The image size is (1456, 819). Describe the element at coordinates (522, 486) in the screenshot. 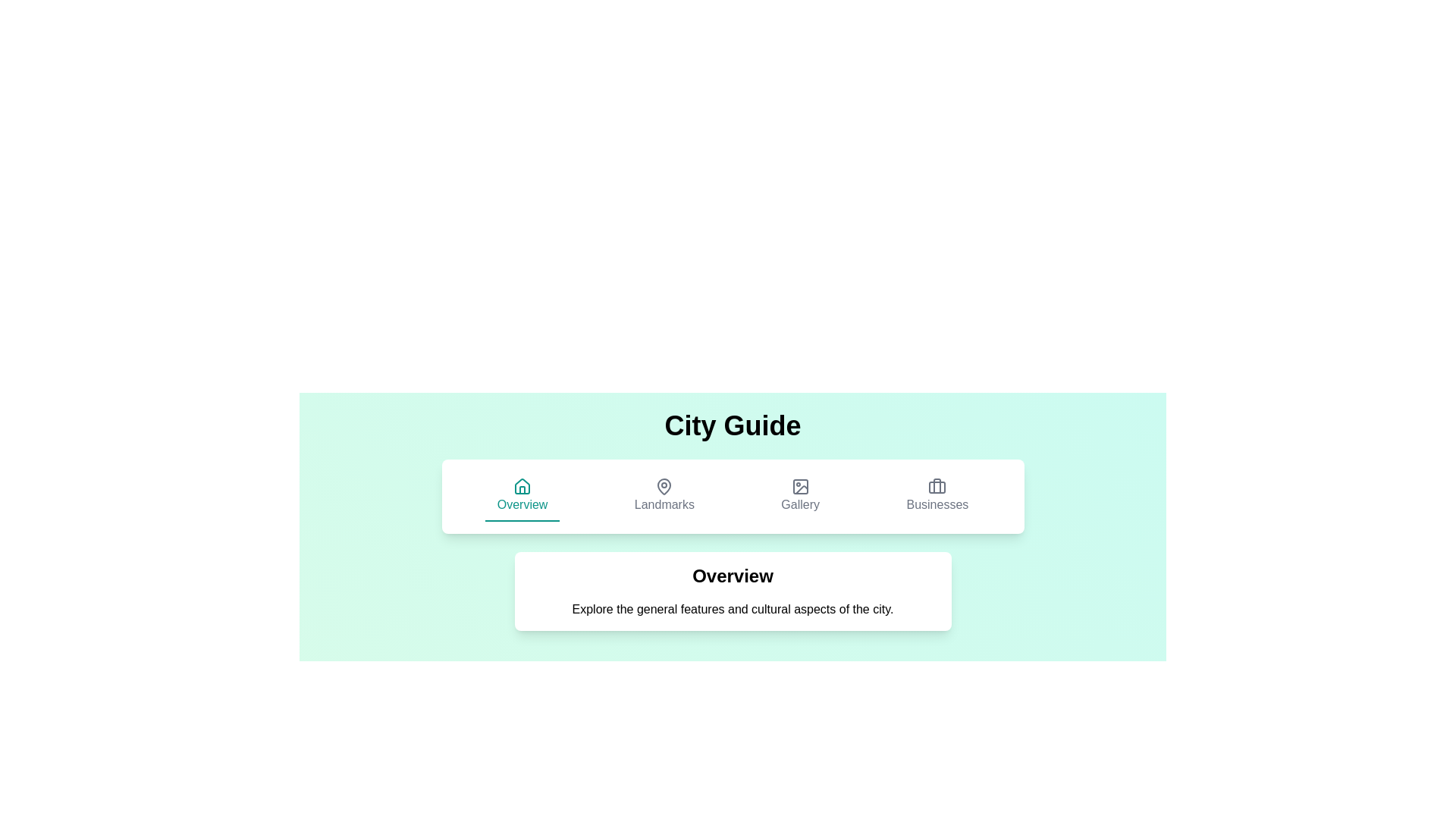

I see `the 'Overview' SVG Icon in the navigation bar` at that location.